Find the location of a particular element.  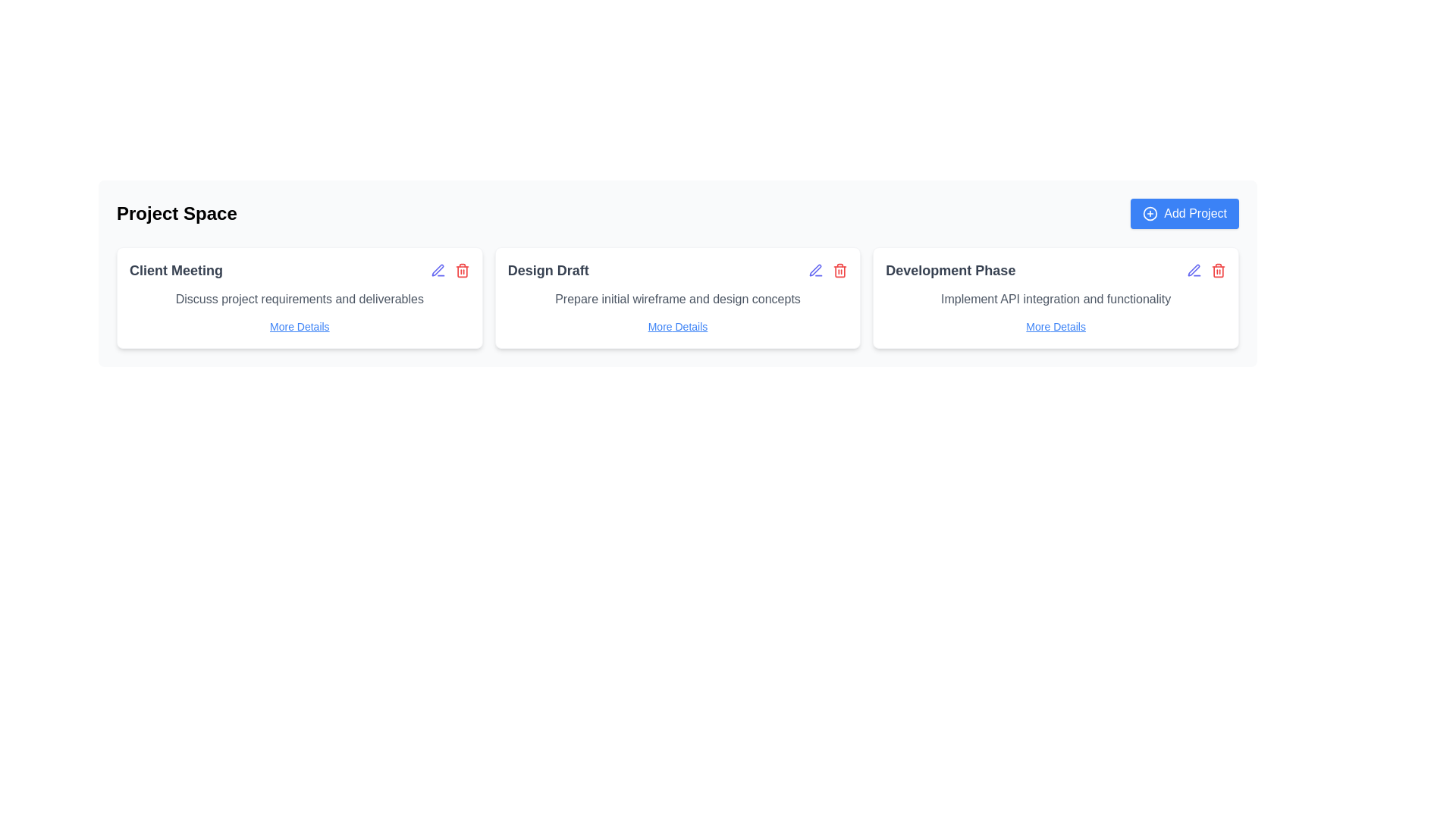

the Edit icon located in the top-right corner of the 'Development Phase' card to initiate editing is located at coordinates (1205, 270).